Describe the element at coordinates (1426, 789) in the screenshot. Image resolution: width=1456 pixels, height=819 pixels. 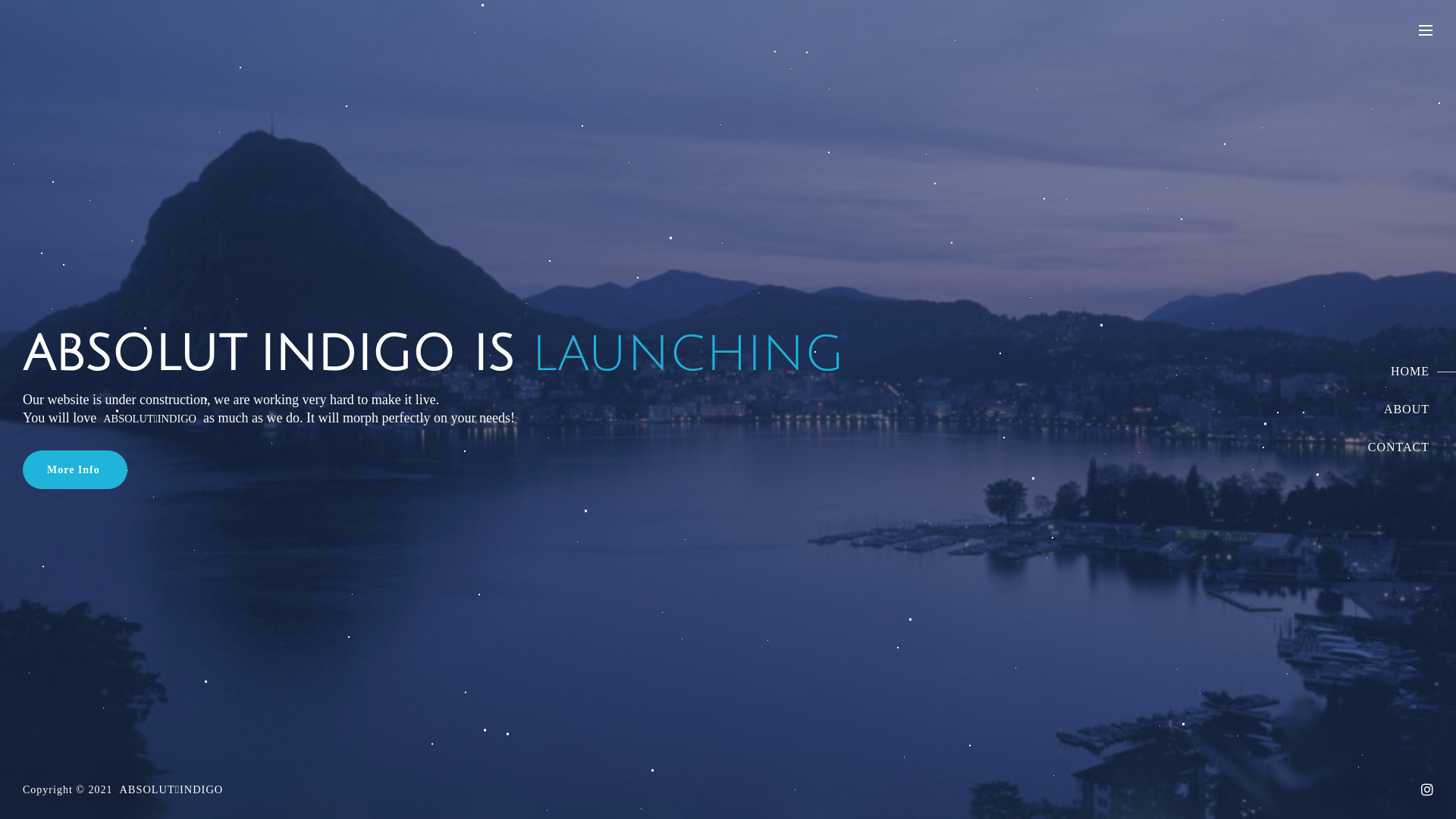
I see `'Instagram'` at that location.